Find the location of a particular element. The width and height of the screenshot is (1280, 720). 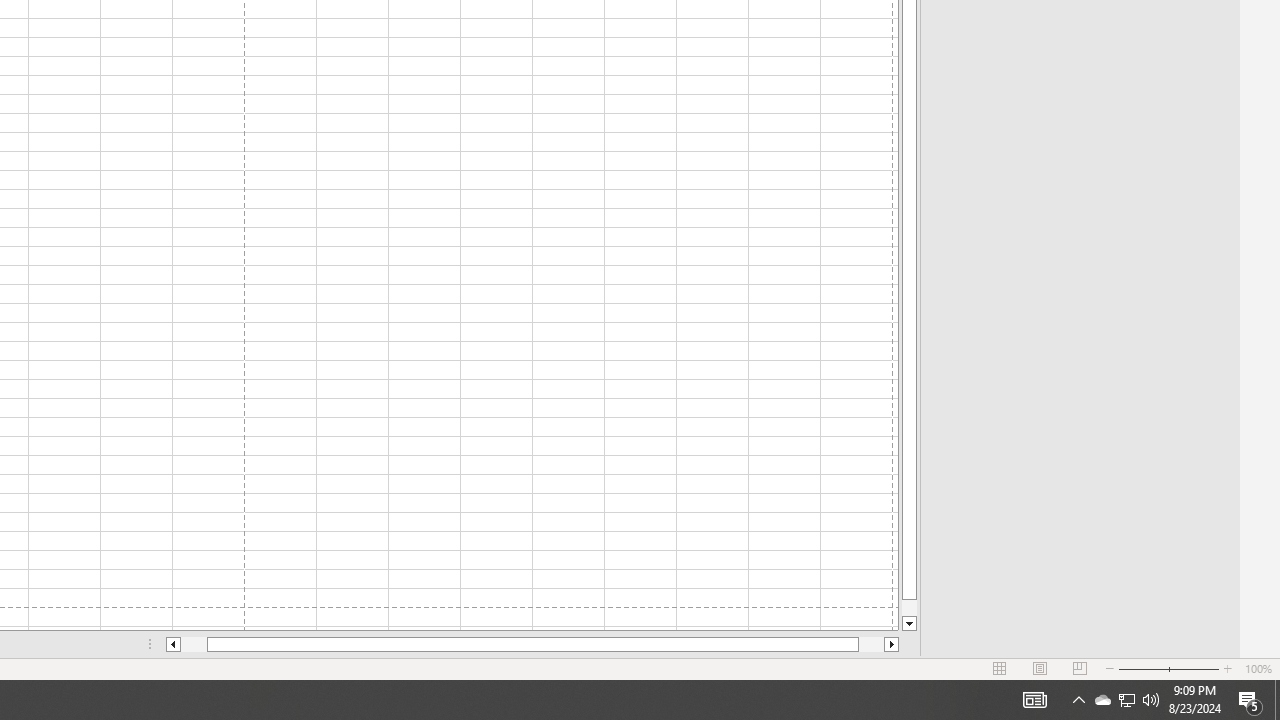

'Zoom' is located at coordinates (1168, 669).